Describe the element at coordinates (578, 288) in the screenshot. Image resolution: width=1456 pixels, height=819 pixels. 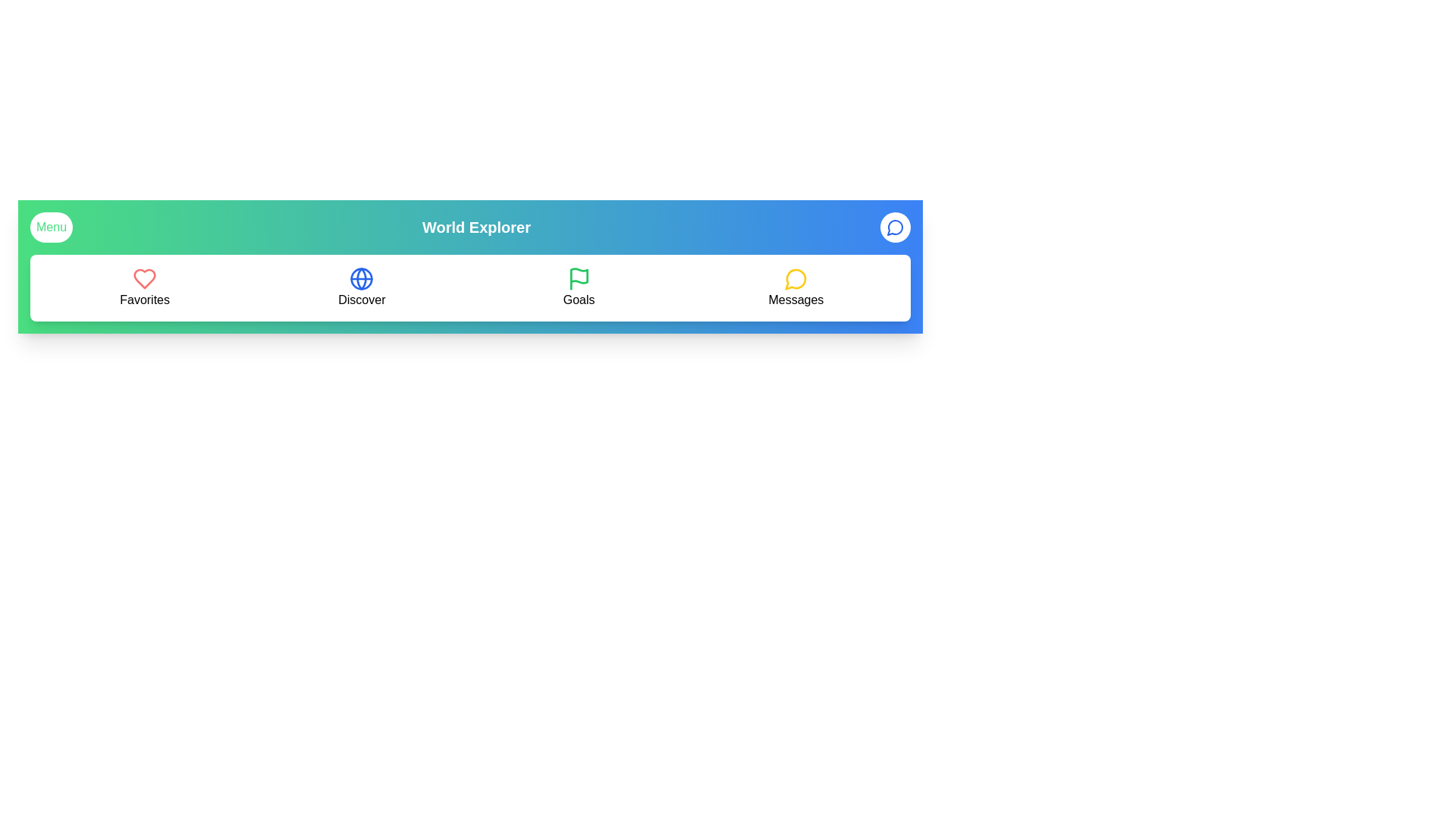
I see `the 'Goals' button` at that location.